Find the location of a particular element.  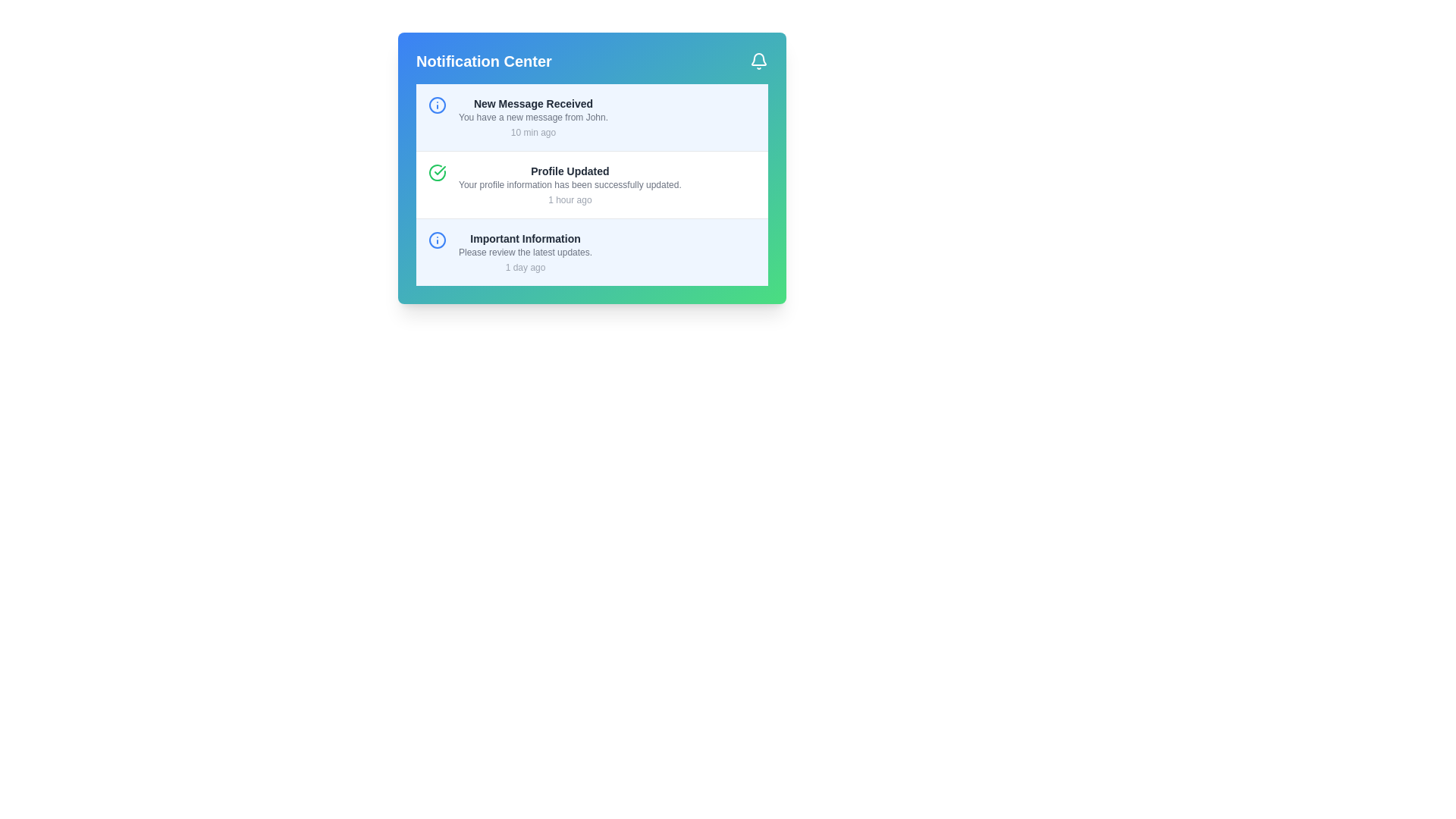

the title text of the notification entry in the Notification Center, which summarizes the update's nature and is positioned centrally in the second notification entry is located at coordinates (569, 171).